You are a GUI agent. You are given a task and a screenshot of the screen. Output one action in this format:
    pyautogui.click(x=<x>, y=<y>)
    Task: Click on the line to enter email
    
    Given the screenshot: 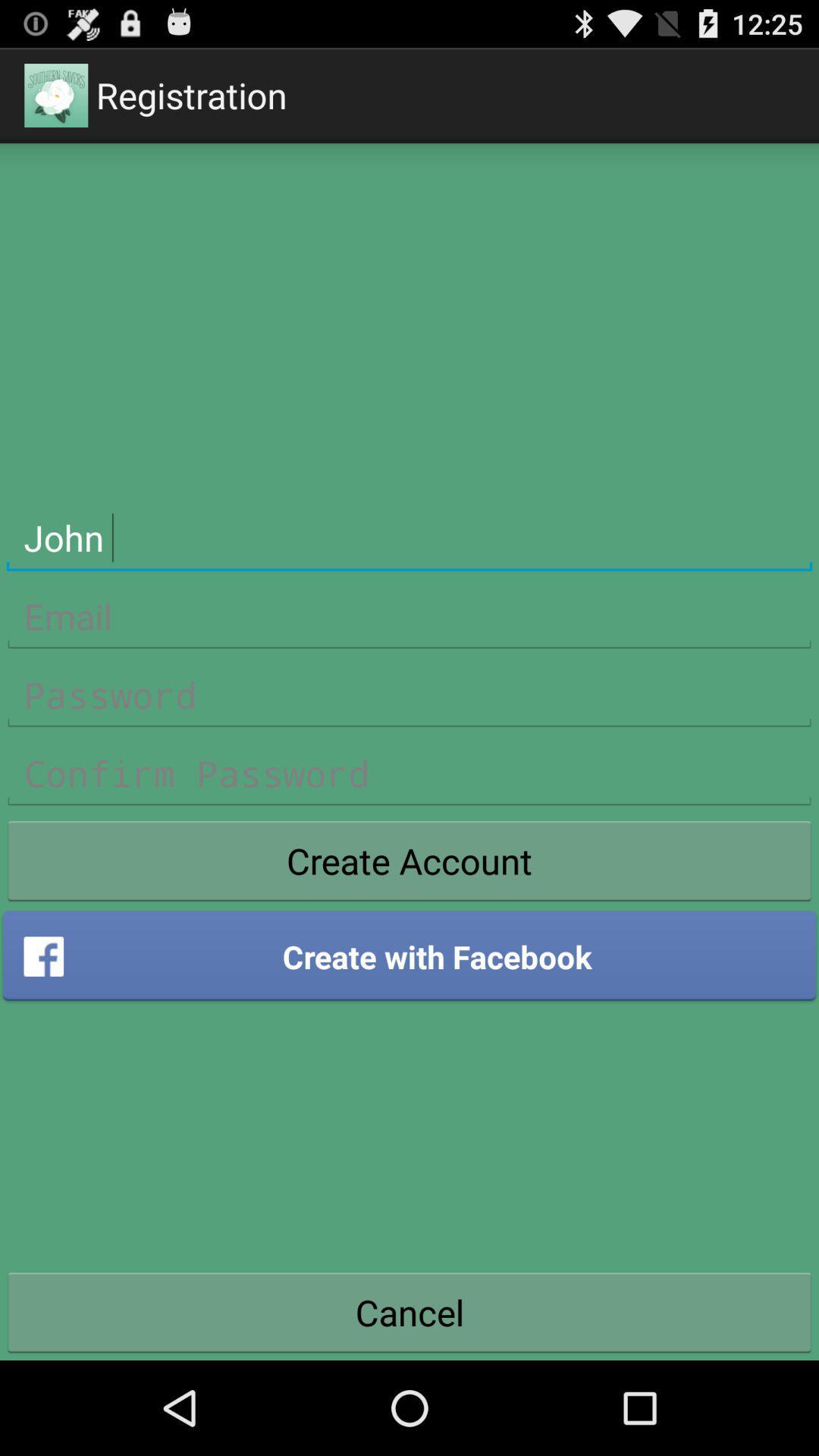 What is the action you would take?
    pyautogui.click(x=409, y=617)
    